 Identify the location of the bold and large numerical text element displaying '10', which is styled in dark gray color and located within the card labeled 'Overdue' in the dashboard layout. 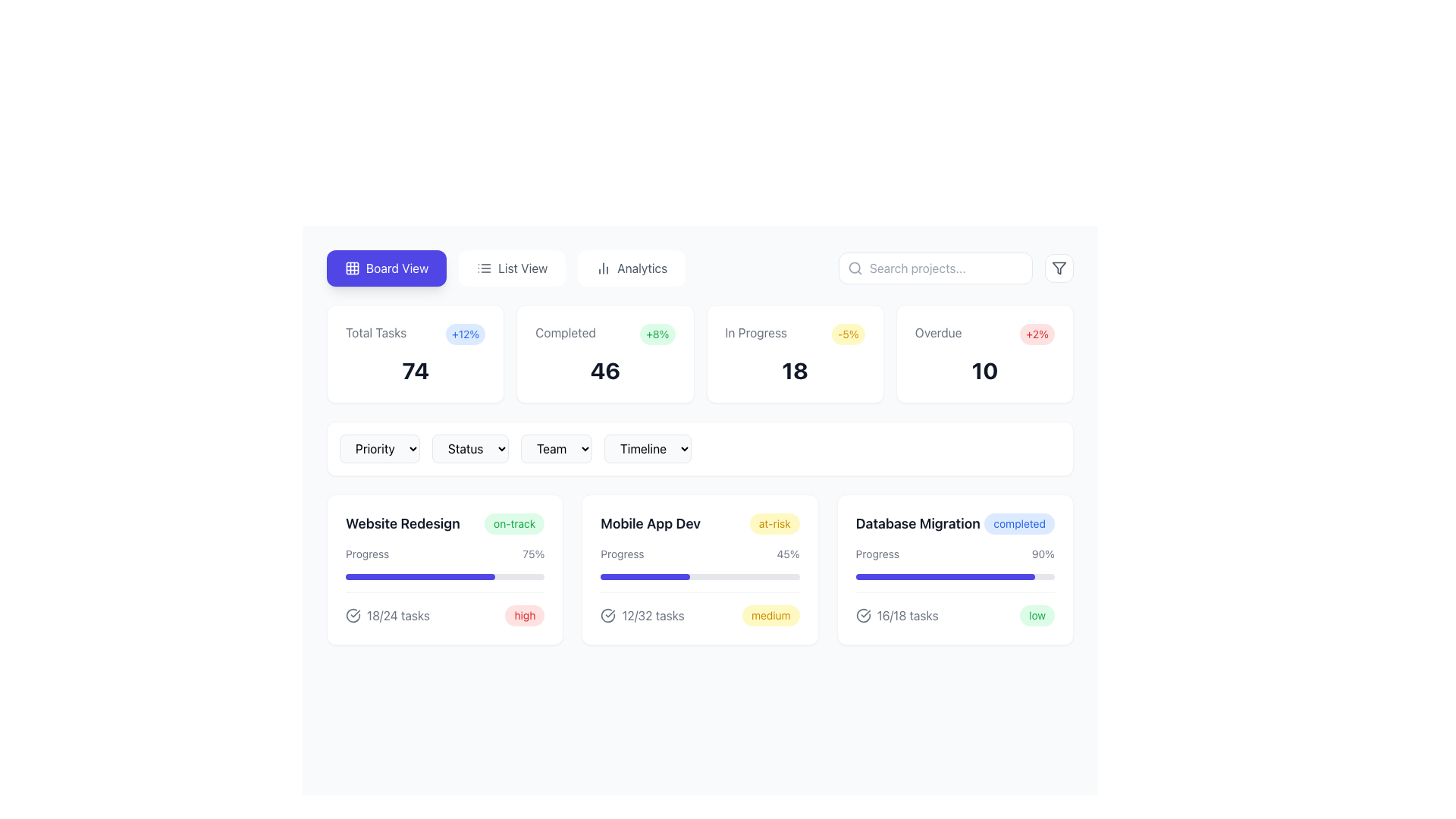
(984, 371).